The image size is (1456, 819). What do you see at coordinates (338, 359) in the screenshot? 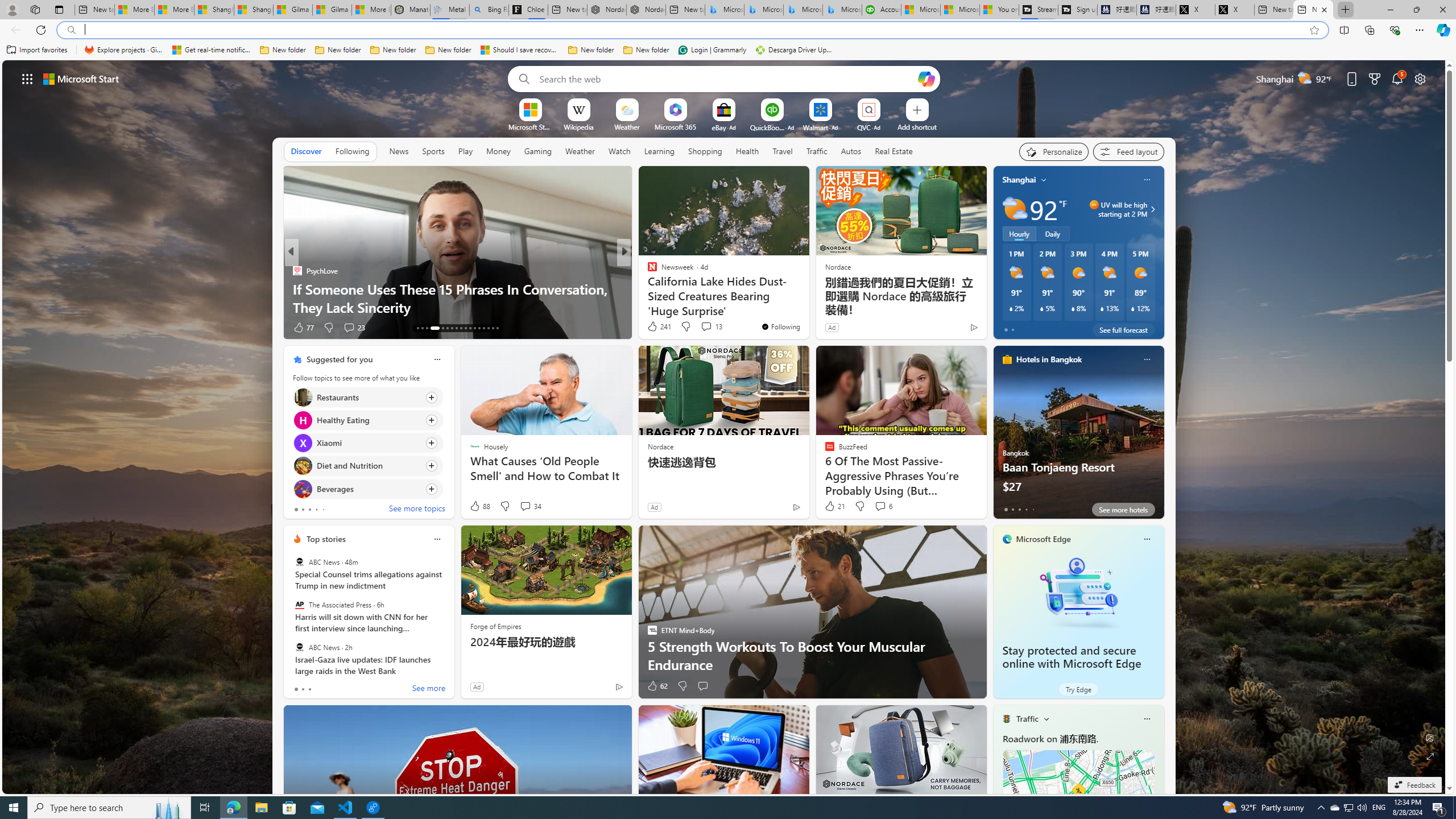
I see `'Suggested for you'` at bounding box center [338, 359].